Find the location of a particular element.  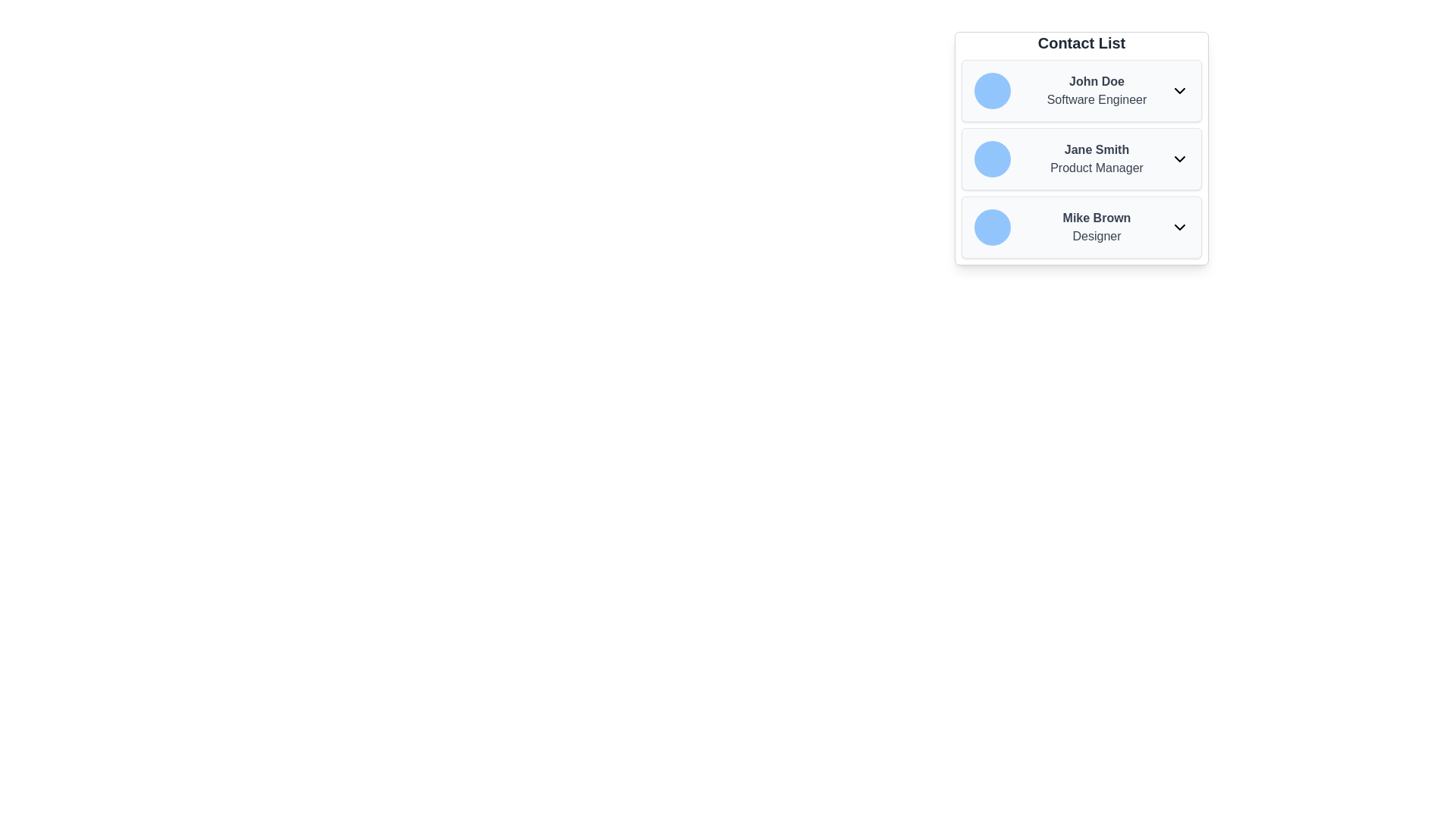

the contact entry displaying 'Mike Brown, Designer' in the contact list, which is the third entry below 'John Doe' and 'Jane Smith' is located at coordinates (1081, 227).